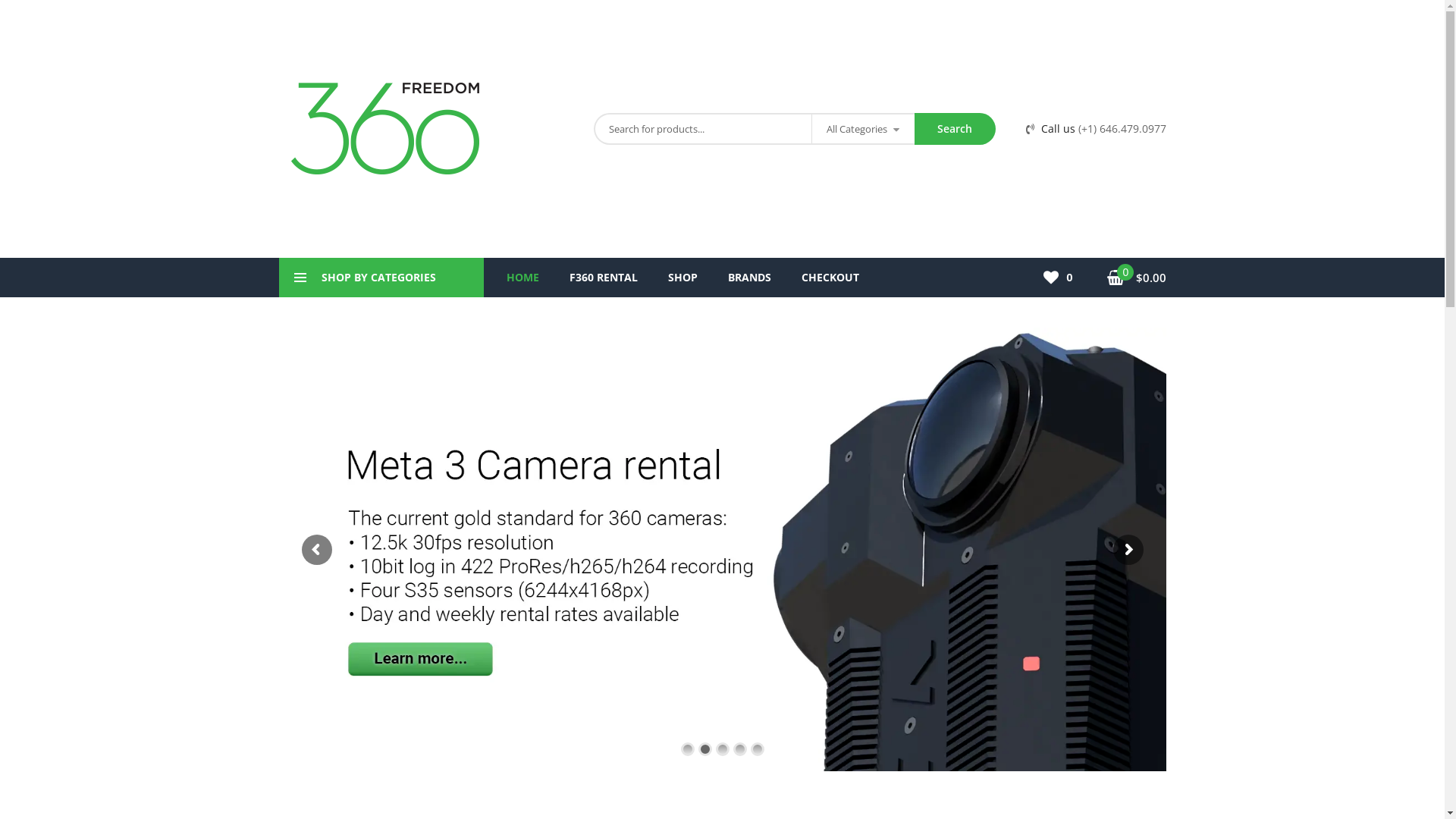 Image resolution: width=1456 pixels, height=819 pixels. I want to click on 'All Categories', so click(862, 127).